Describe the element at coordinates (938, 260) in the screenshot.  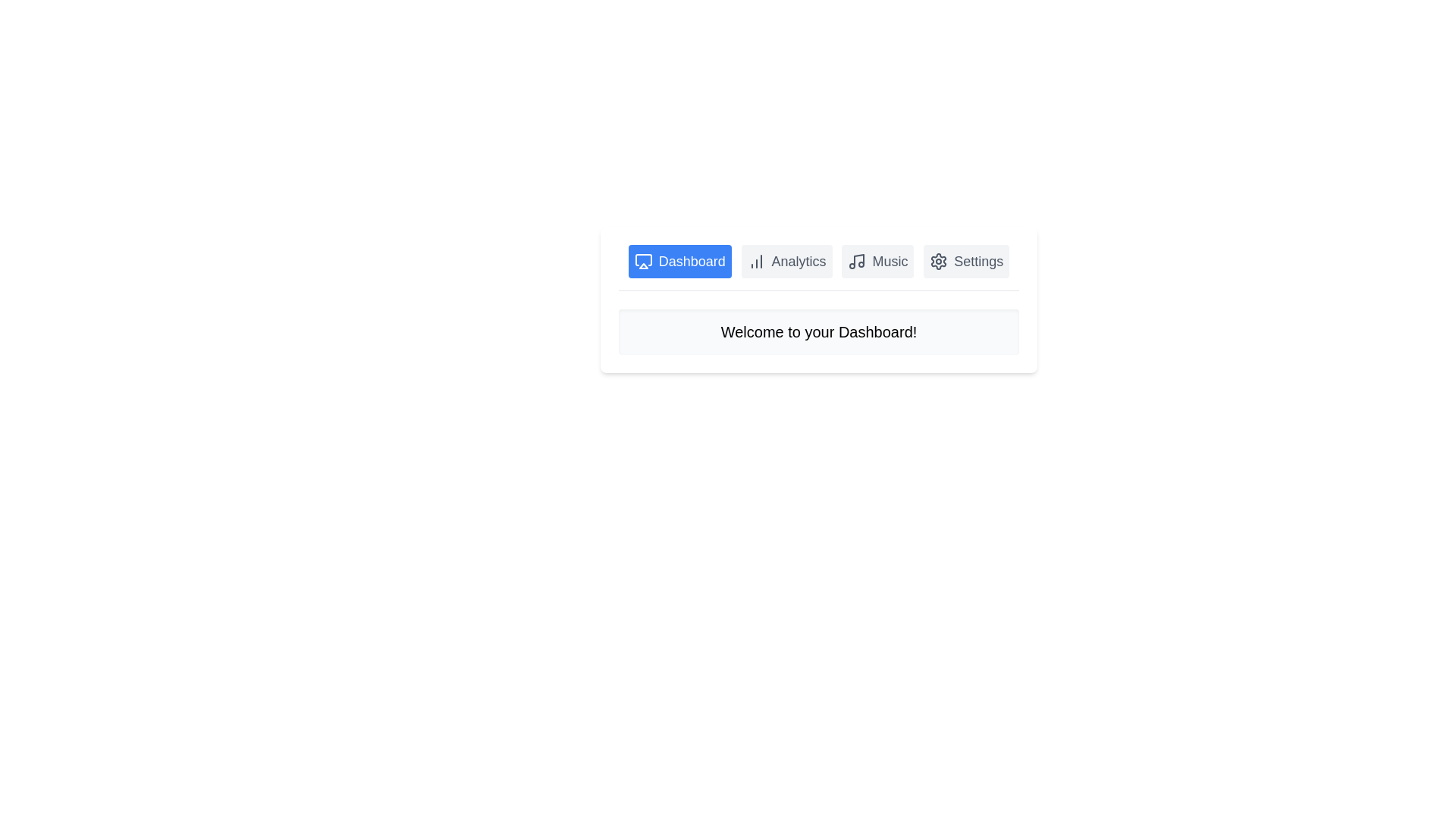
I see `the gear icon representing settings located in the navigation bar on the right side for keyboard navigation` at that location.